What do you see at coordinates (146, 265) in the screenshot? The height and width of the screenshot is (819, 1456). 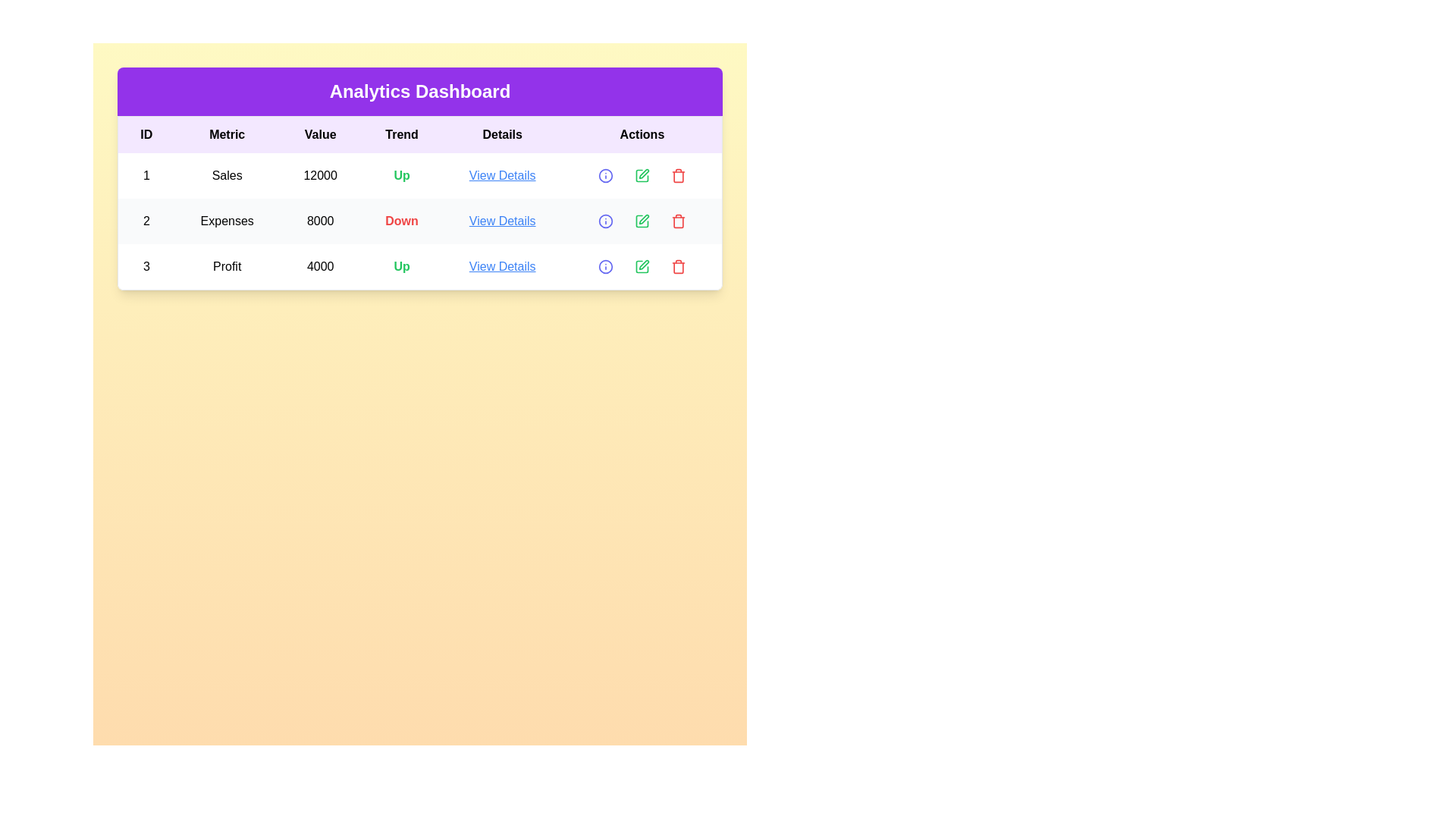 I see `the Table Cell that serves as a row identifier within the table, positioned in the leftmost column of the third row, directly to the left of the 'Profit' cell` at bounding box center [146, 265].